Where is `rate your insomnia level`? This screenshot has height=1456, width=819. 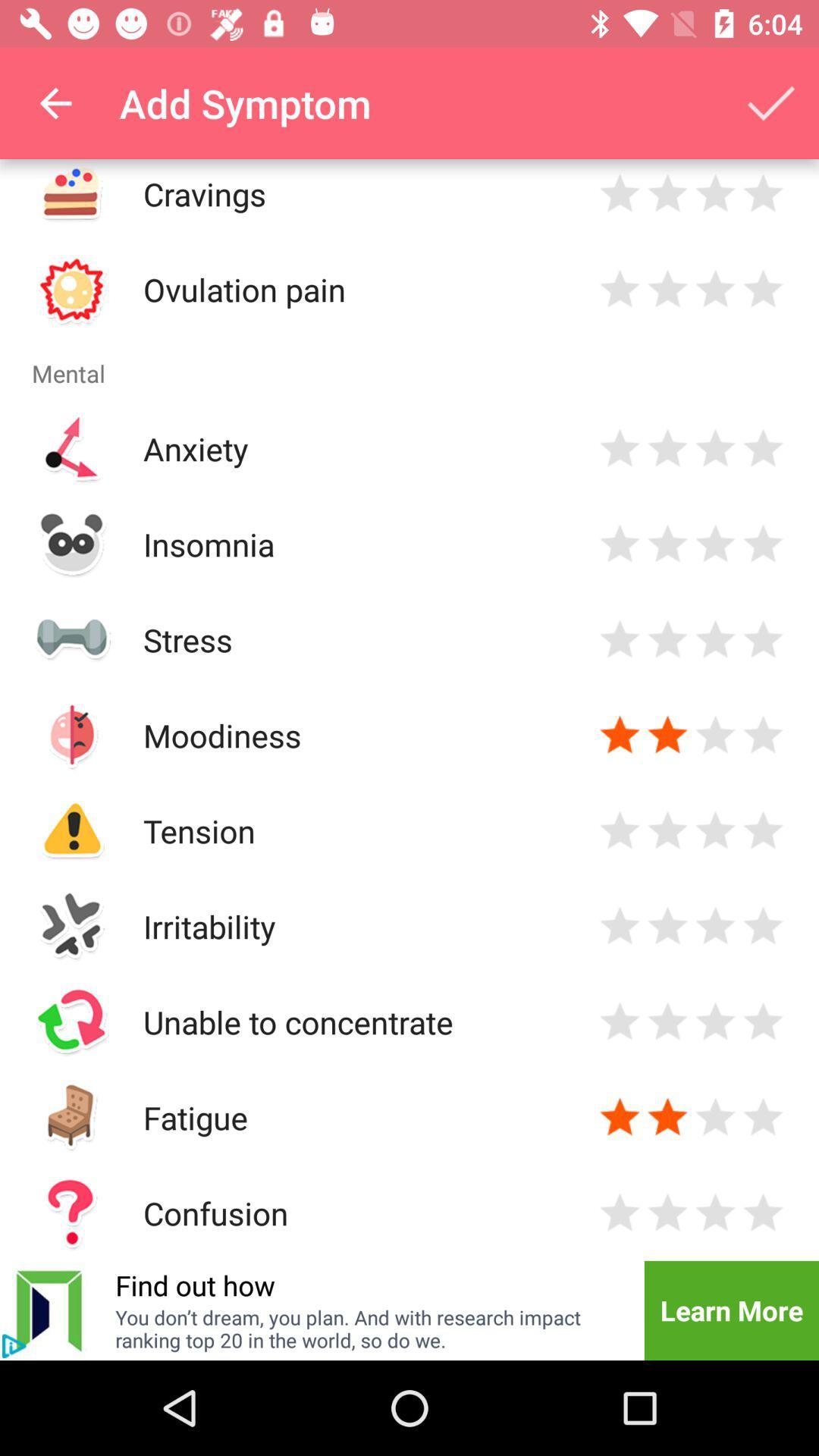
rate your insomnia level is located at coordinates (715, 544).